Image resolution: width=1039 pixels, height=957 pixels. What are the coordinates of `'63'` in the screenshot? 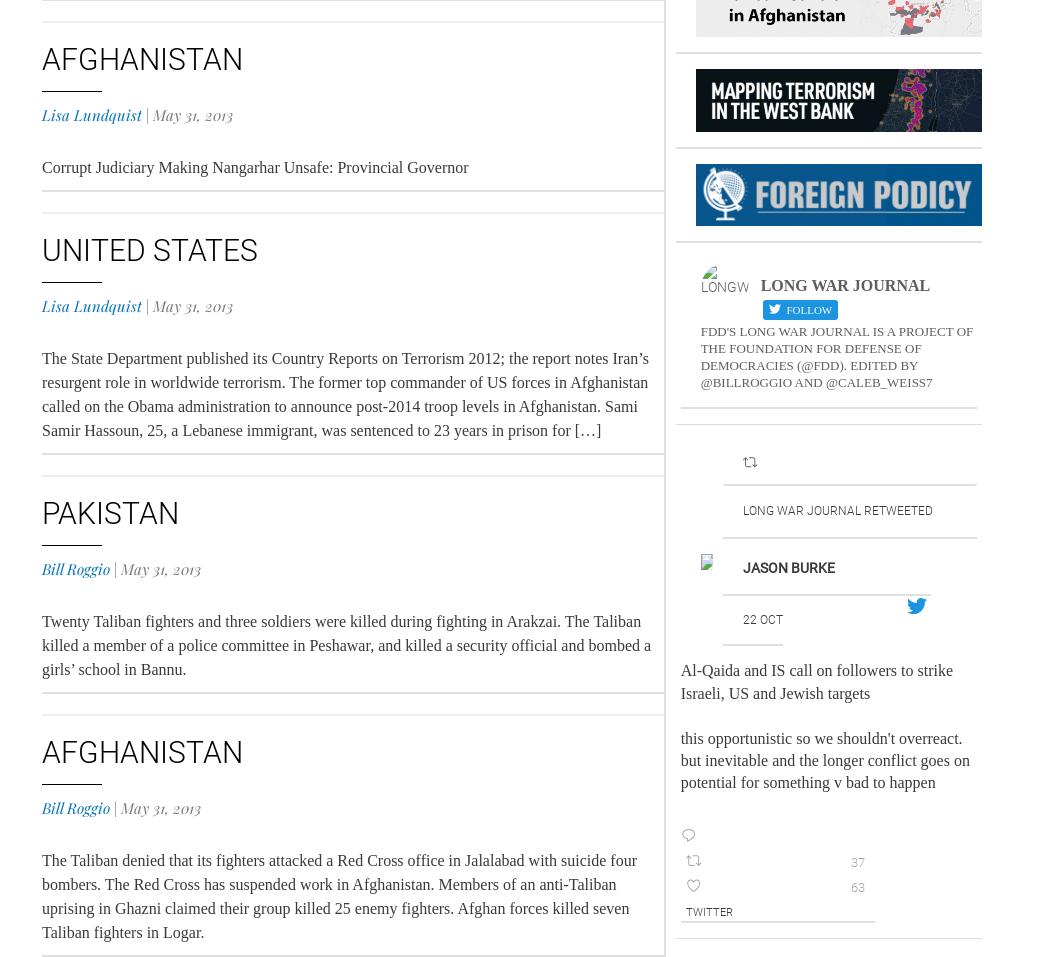 It's located at (855, 887).